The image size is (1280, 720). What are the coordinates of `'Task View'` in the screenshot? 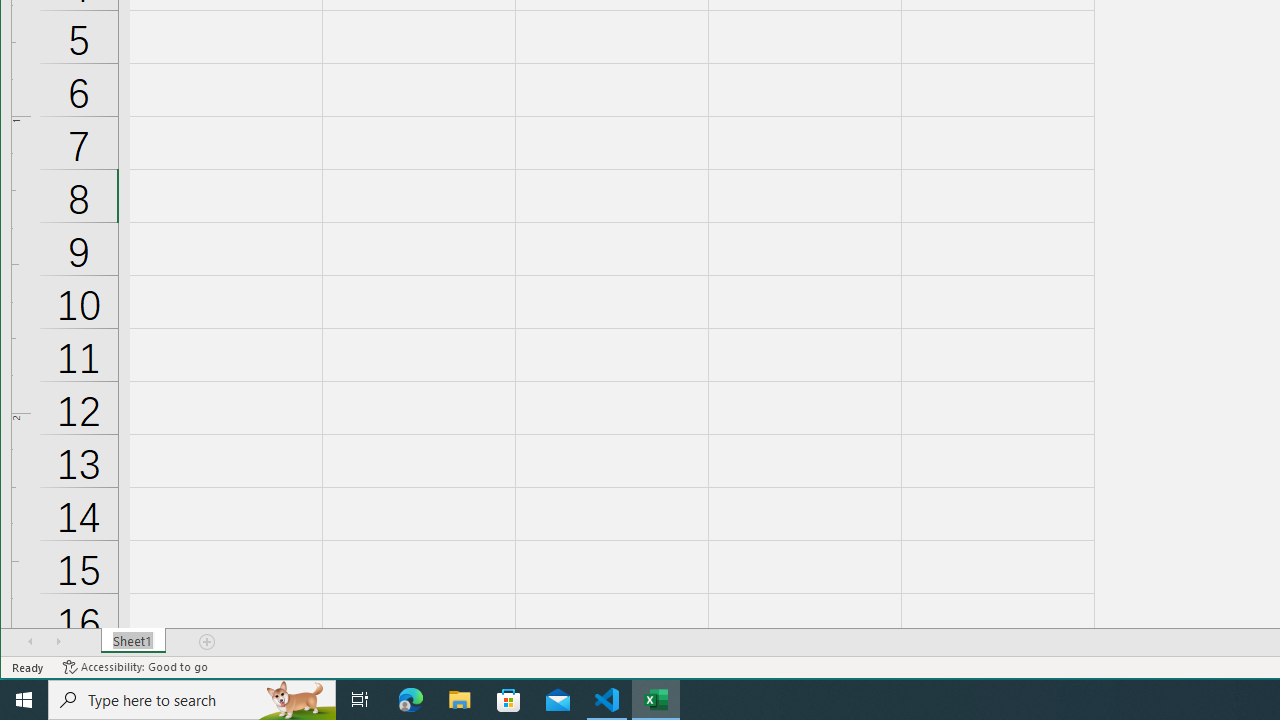 It's located at (359, 698).